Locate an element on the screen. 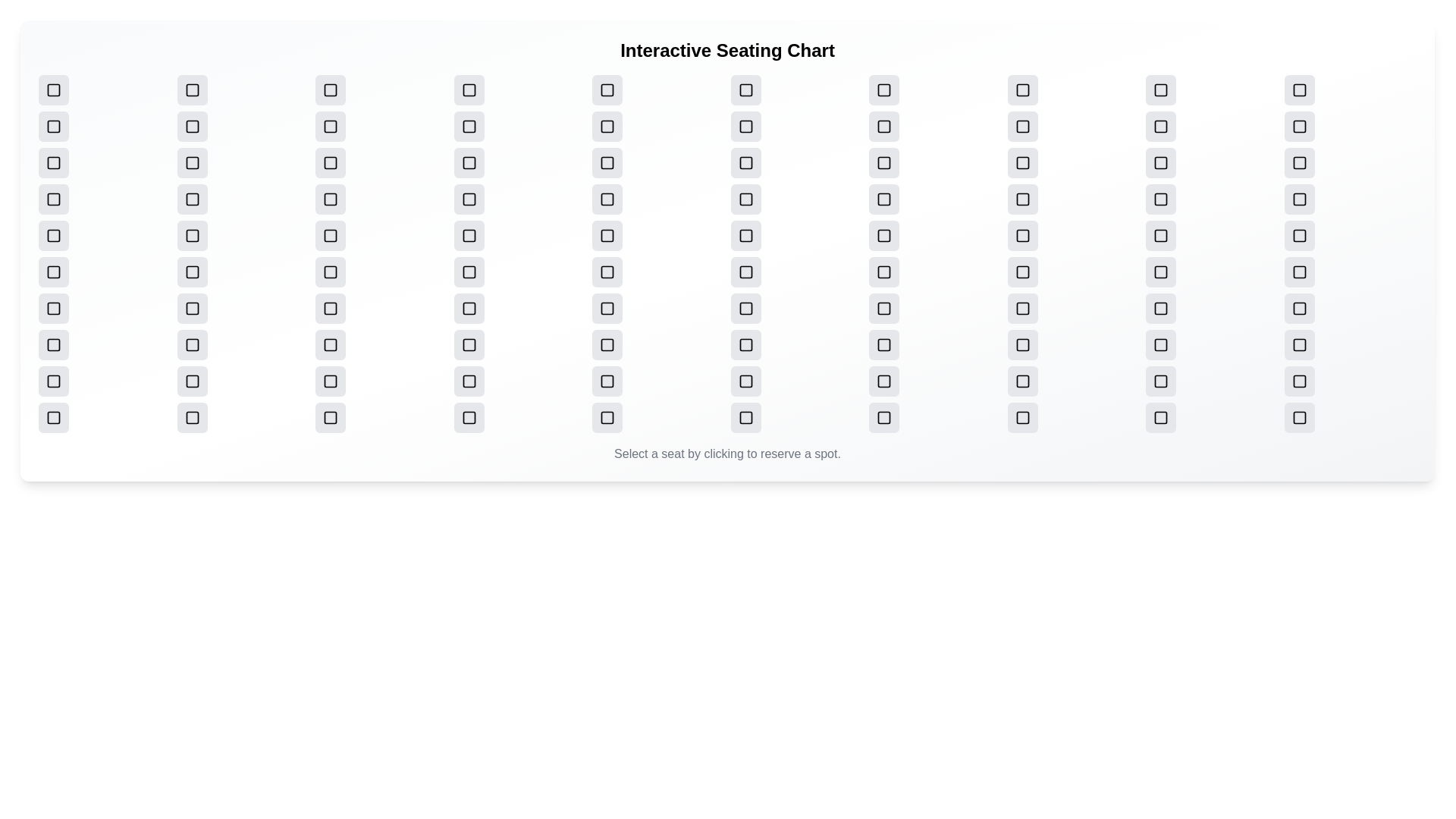 This screenshot has width=1456, height=819. the text element containing the instructions below the seating chart is located at coordinates (726, 453).